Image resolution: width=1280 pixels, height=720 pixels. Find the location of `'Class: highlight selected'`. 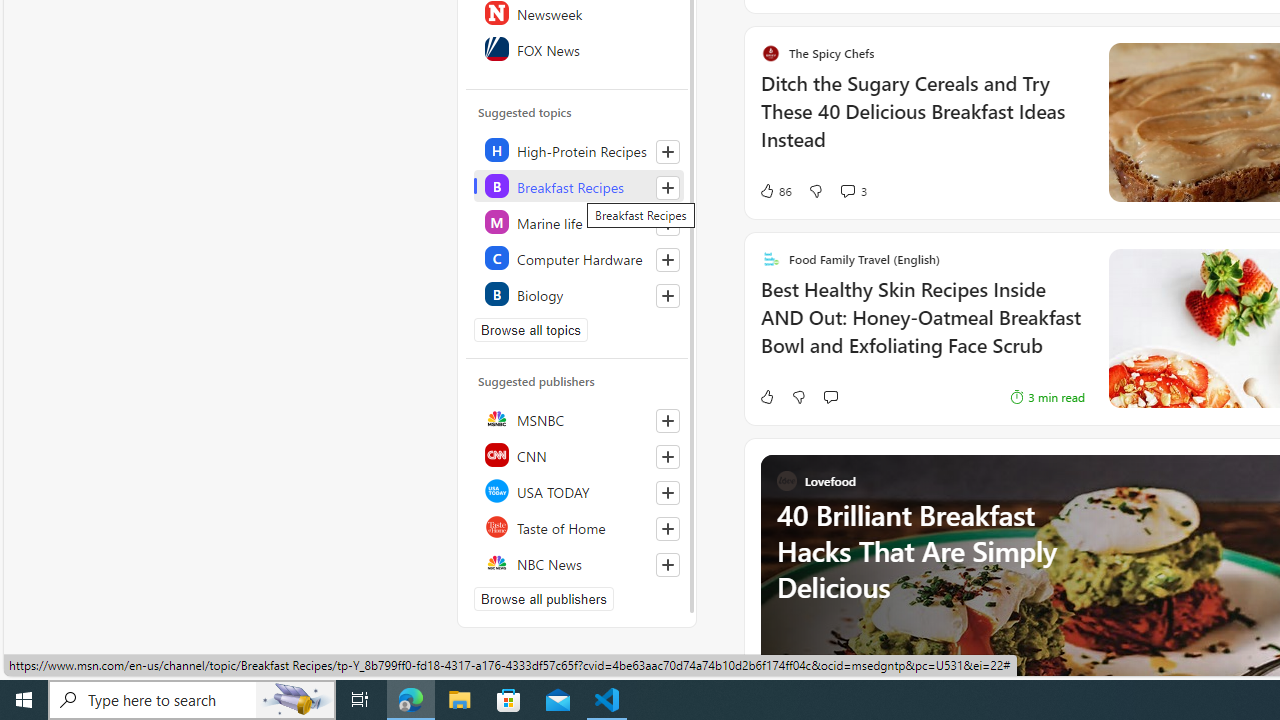

'Class: highlight selected' is located at coordinates (577, 186).